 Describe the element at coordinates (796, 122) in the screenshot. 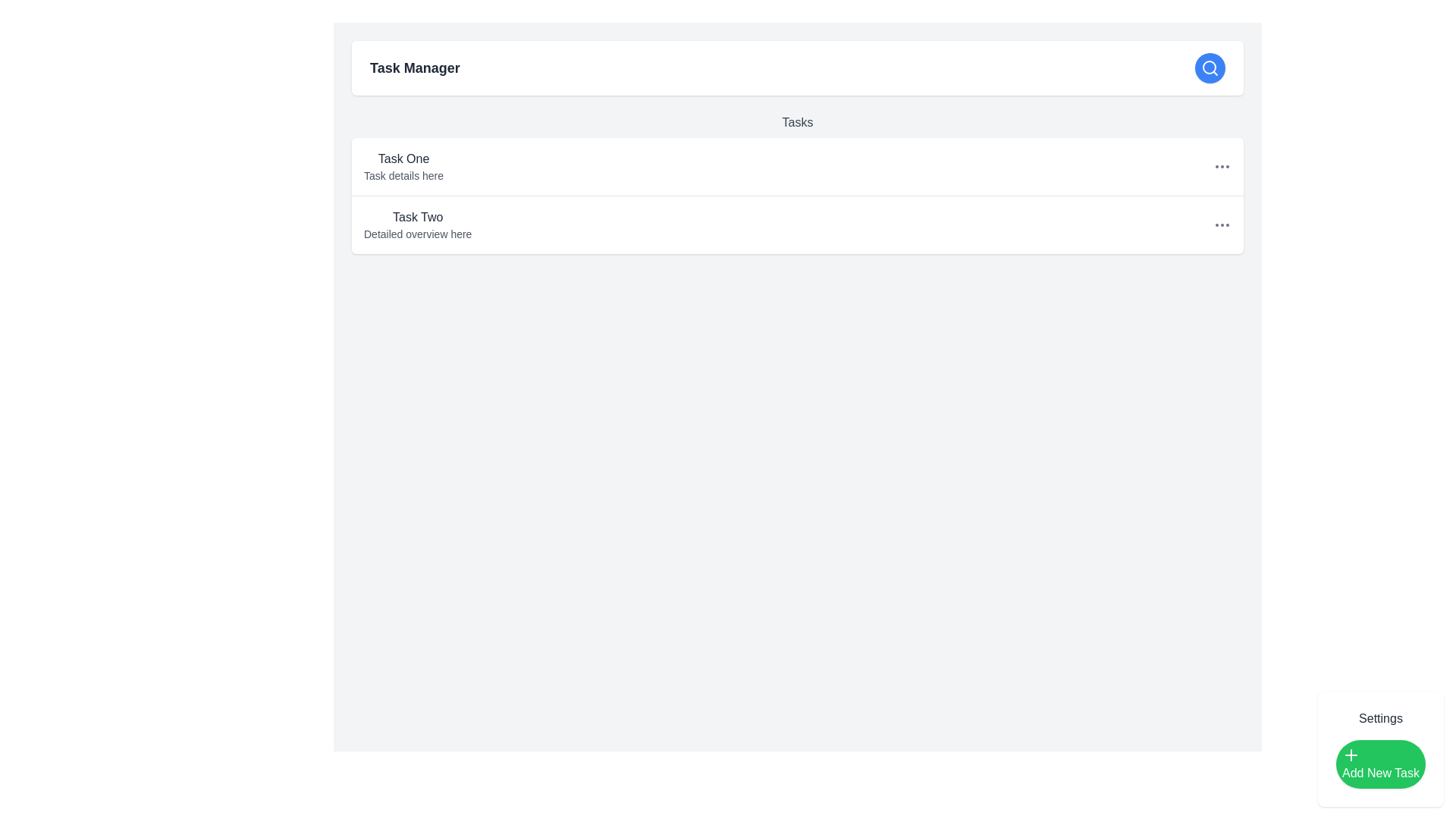

I see `the Text label that serves as a title for the tasks section, located below the 'Task Manager' header` at that location.